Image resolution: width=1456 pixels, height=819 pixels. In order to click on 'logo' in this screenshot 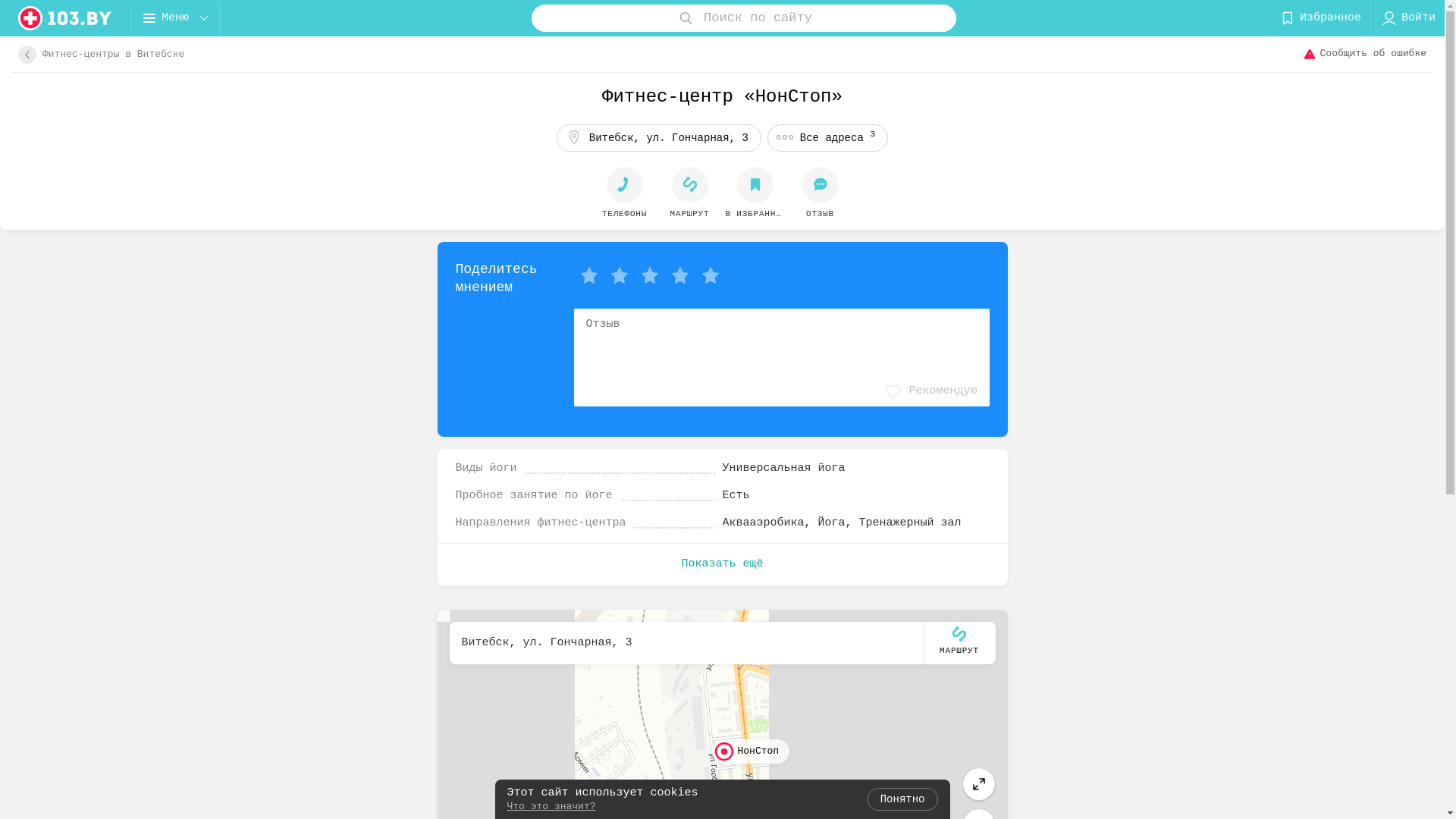, I will do `click(18, 17)`.